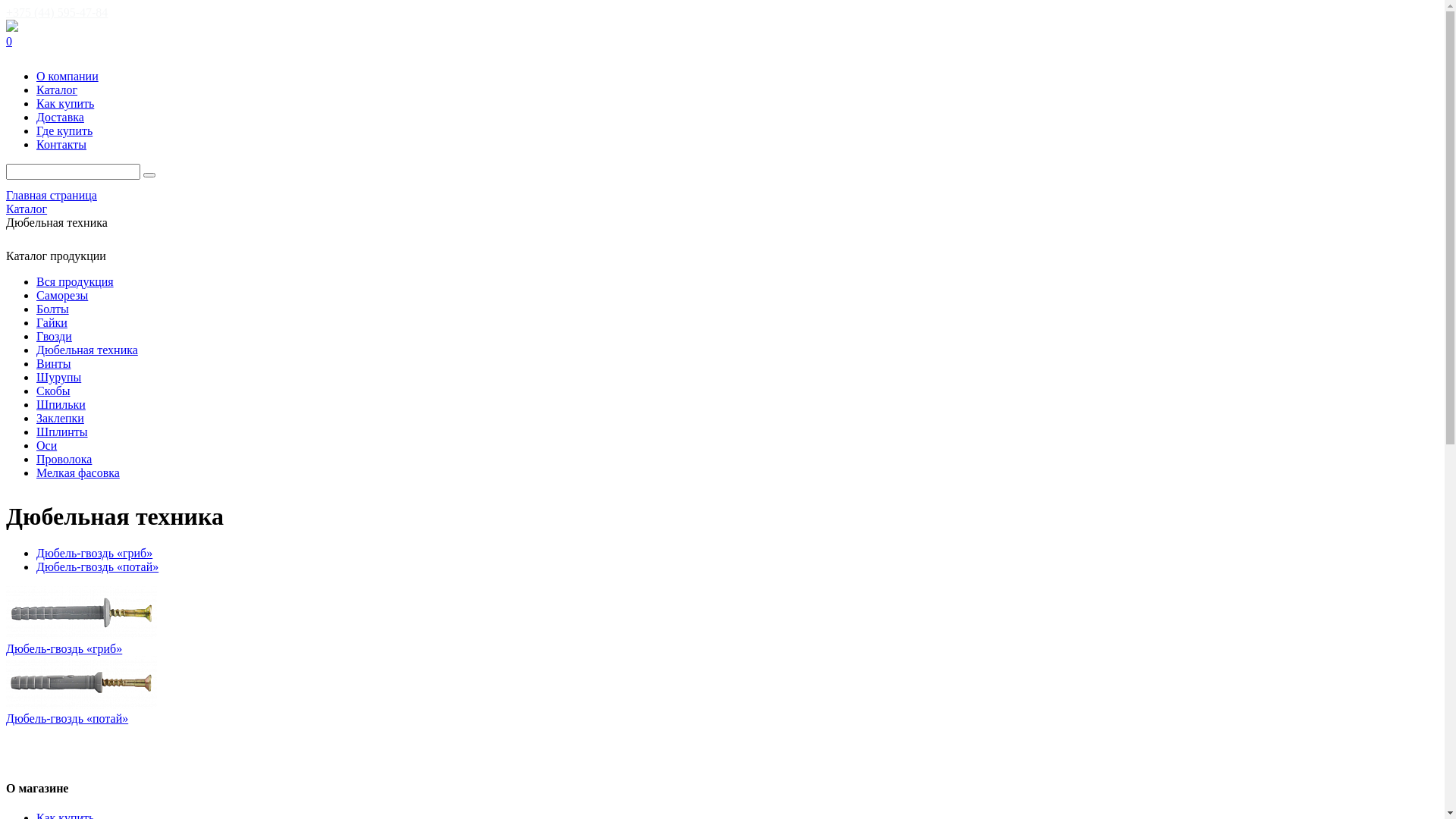 The image size is (1456, 819). Describe the element at coordinates (57, 12) in the screenshot. I see `'+375 (44) 595-47-84'` at that location.